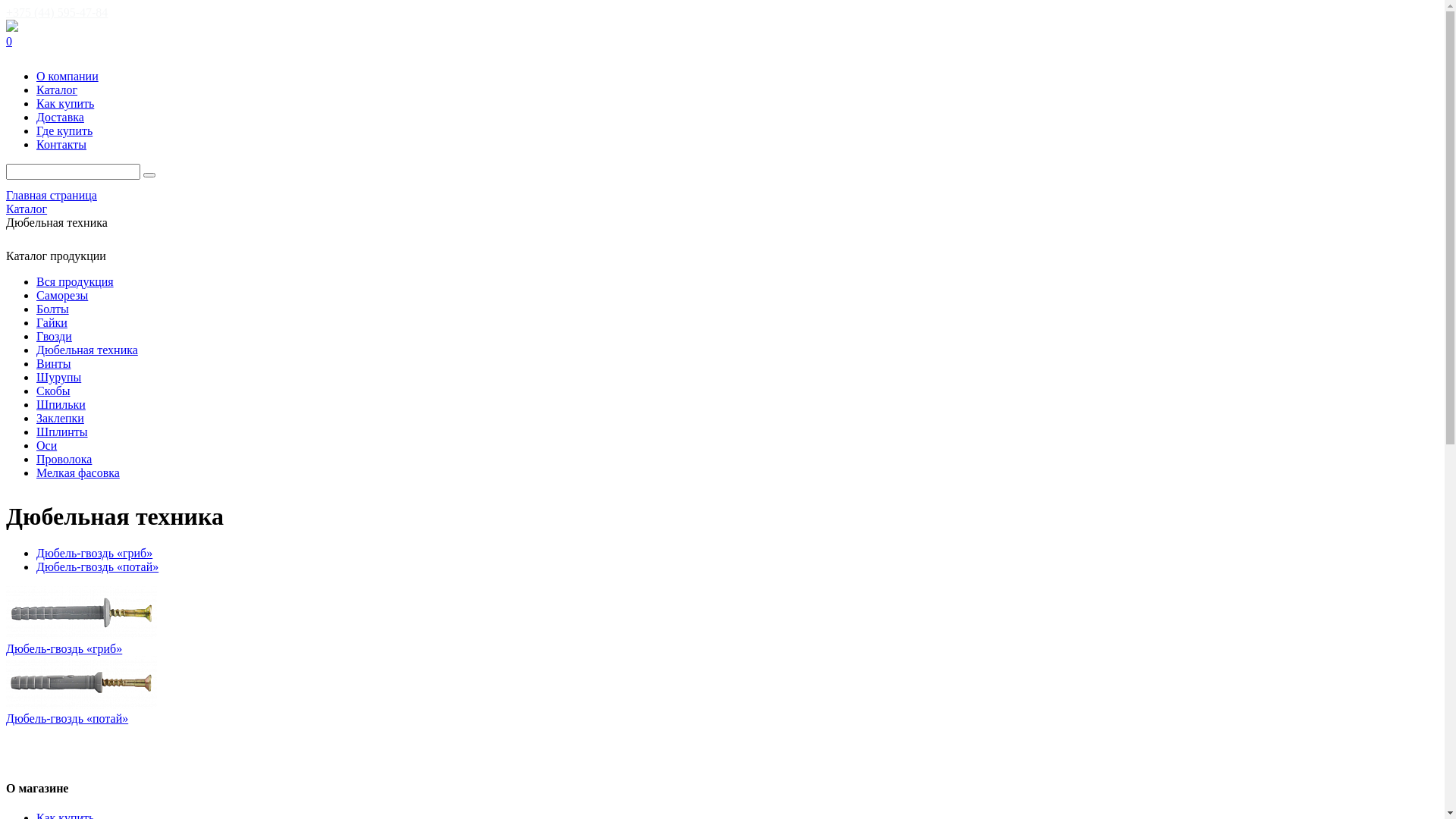 The image size is (1456, 819). Describe the element at coordinates (57, 12) in the screenshot. I see `'+375 (44) 595-47-84'` at that location.